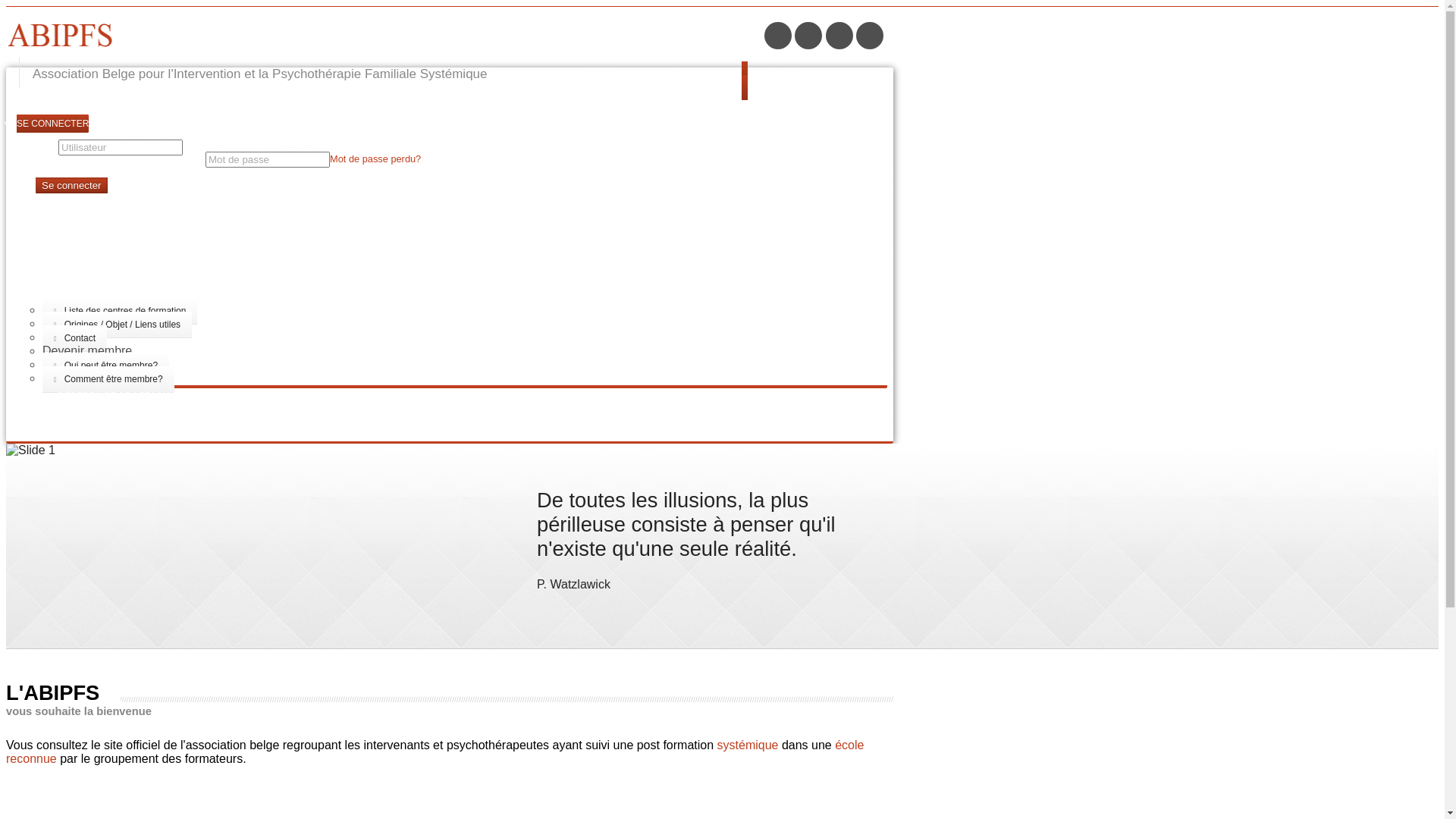 The image size is (1456, 819). Describe the element at coordinates (71, 184) in the screenshot. I see `'Se connecter'` at that location.